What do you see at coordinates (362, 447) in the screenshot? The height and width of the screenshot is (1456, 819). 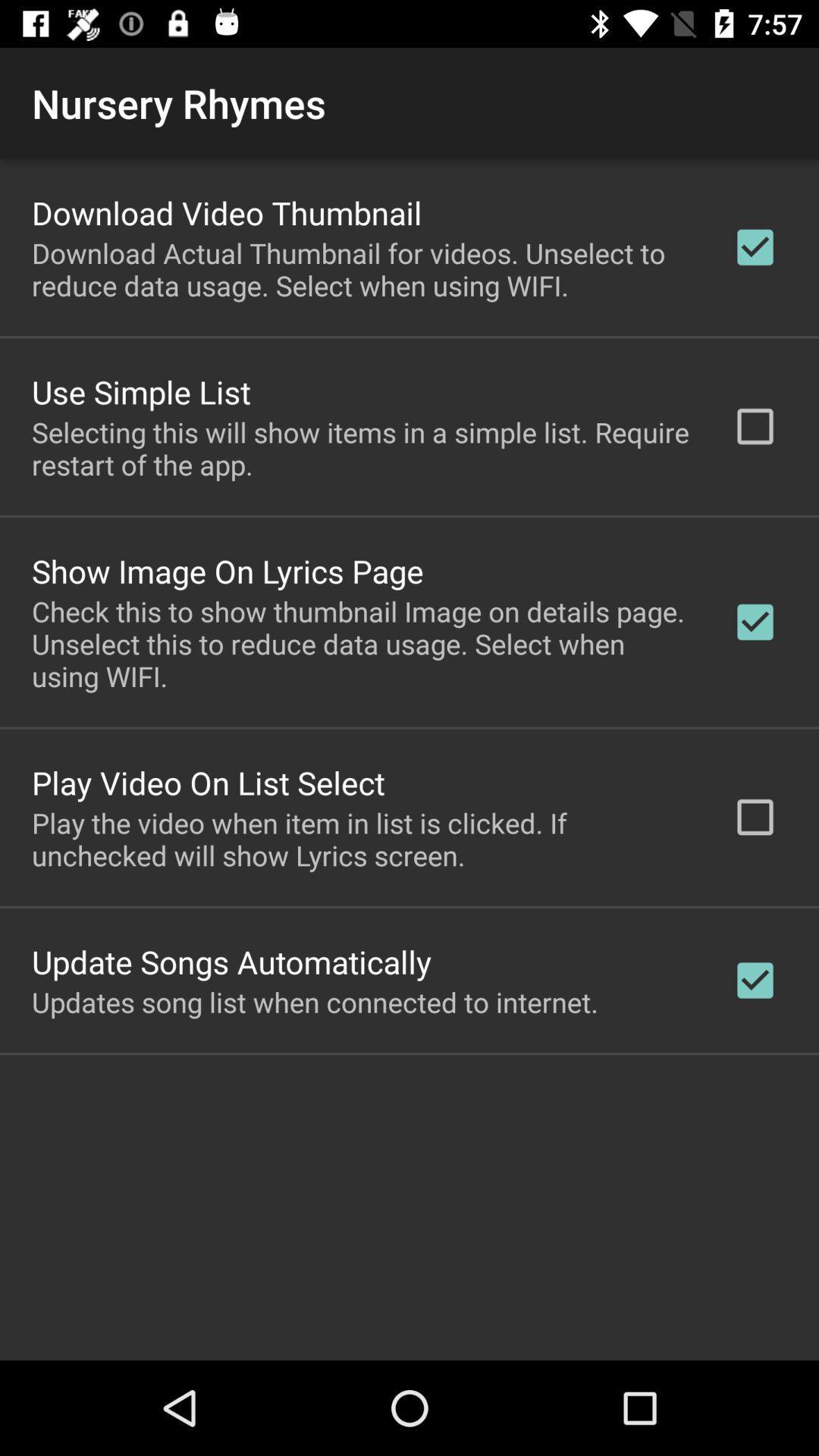 I see `the app below the use simple list app` at bounding box center [362, 447].